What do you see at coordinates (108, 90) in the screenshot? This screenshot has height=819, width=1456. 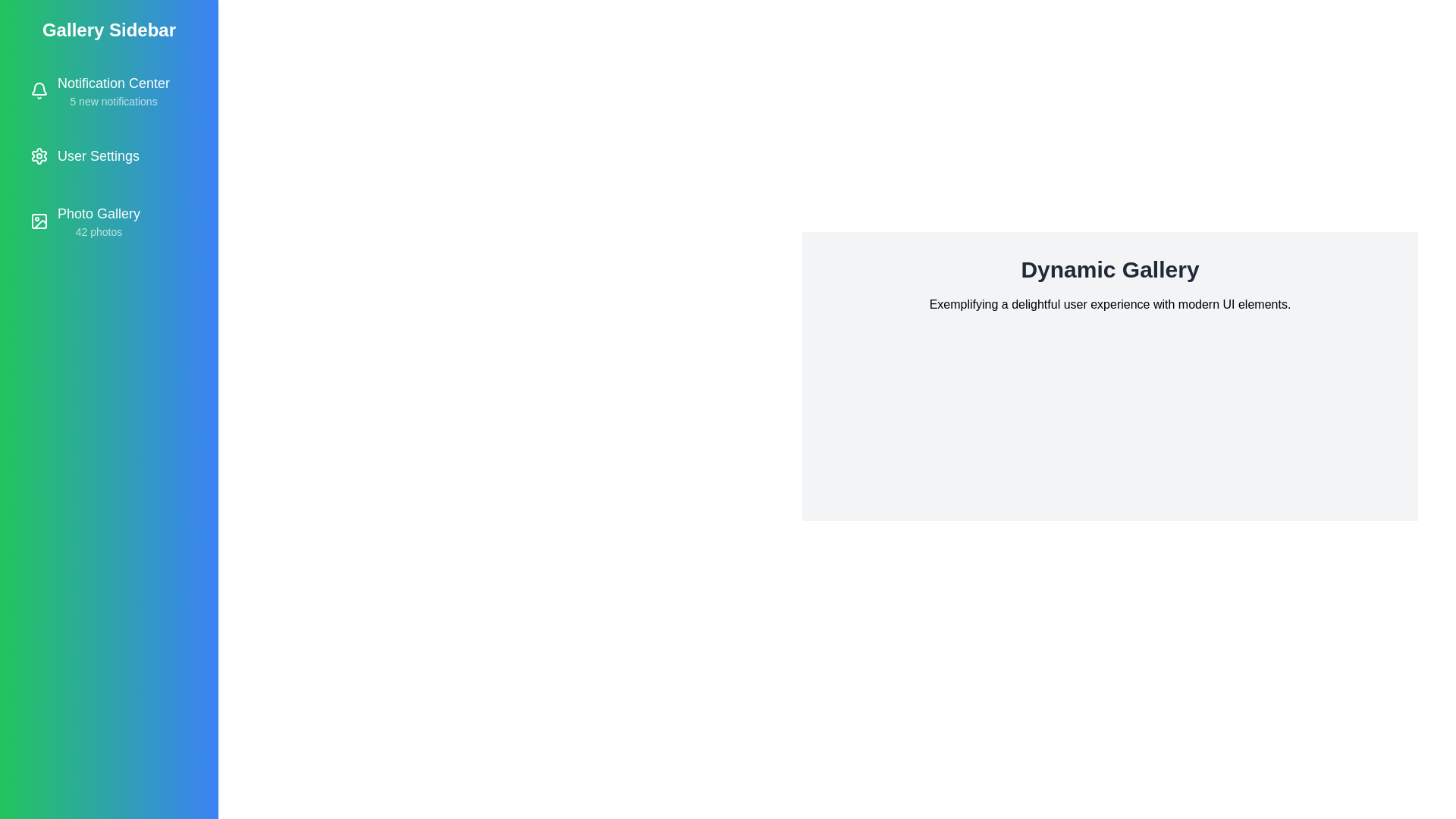 I see `the 'Notification Center' item in the sidebar` at bounding box center [108, 90].